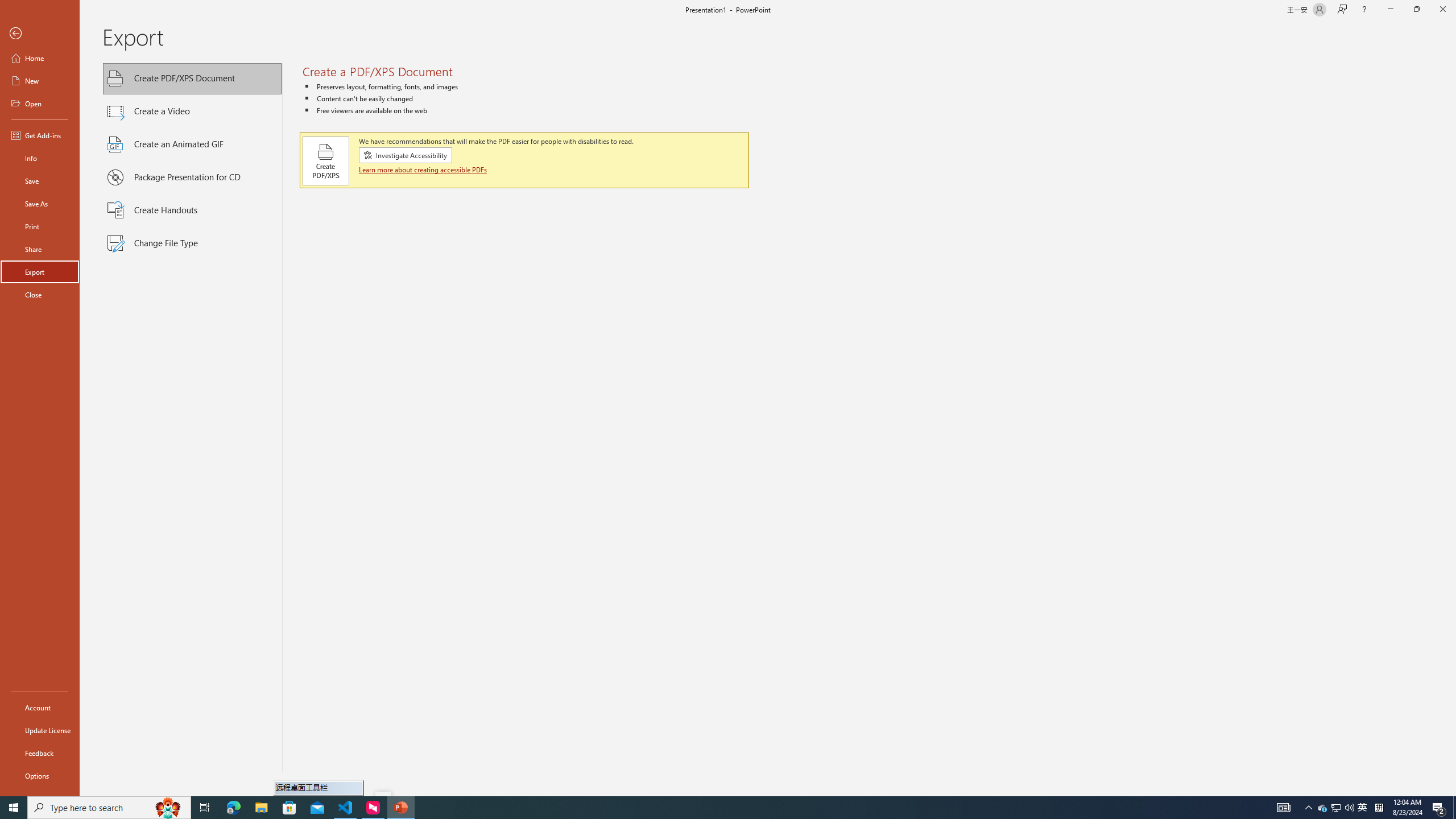 This screenshot has height=819, width=1456. Describe the element at coordinates (405, 154) in the screenshot. I see `'Investigate Accessibility'` at that location.